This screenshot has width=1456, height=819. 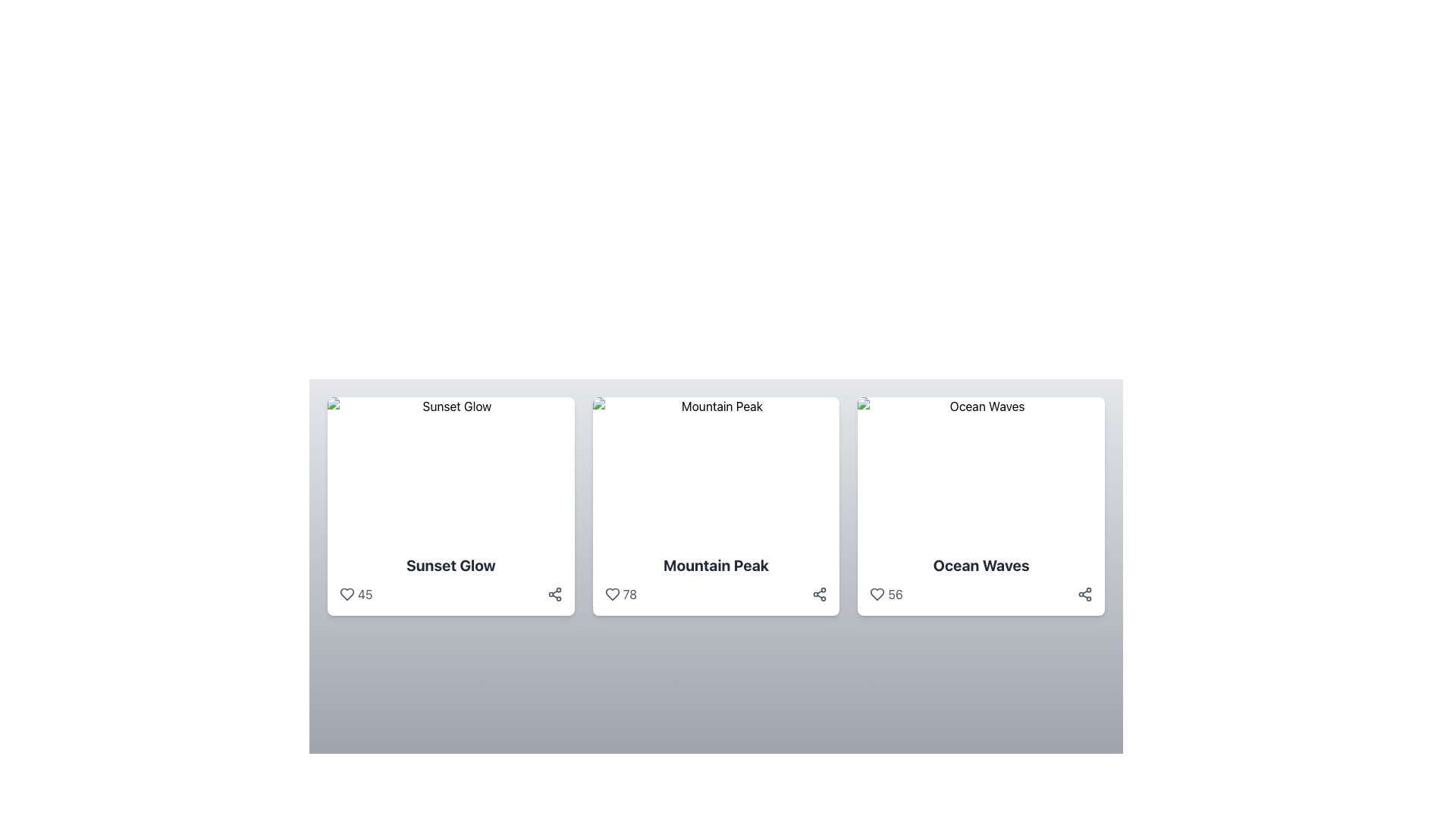 What do you see at coordinates (877, 593) in the screenshot?
I see `the like button located at the bottom-left corner of the 'Ocean Waves' card` at bounding box center [877, 593].